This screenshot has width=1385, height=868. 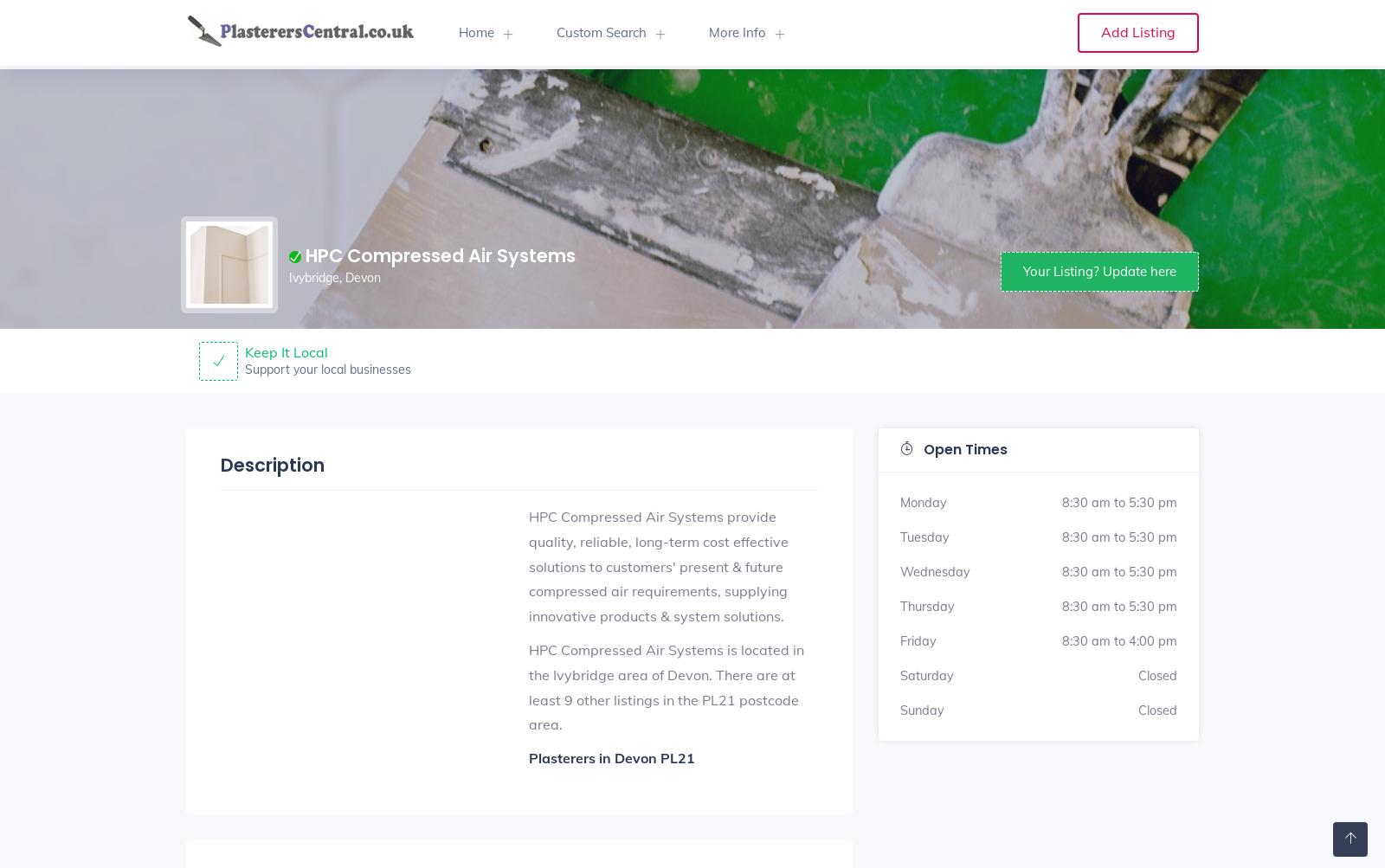 I want to click on 'HPC Compressed Air Systems', so click(x=305, y=255).